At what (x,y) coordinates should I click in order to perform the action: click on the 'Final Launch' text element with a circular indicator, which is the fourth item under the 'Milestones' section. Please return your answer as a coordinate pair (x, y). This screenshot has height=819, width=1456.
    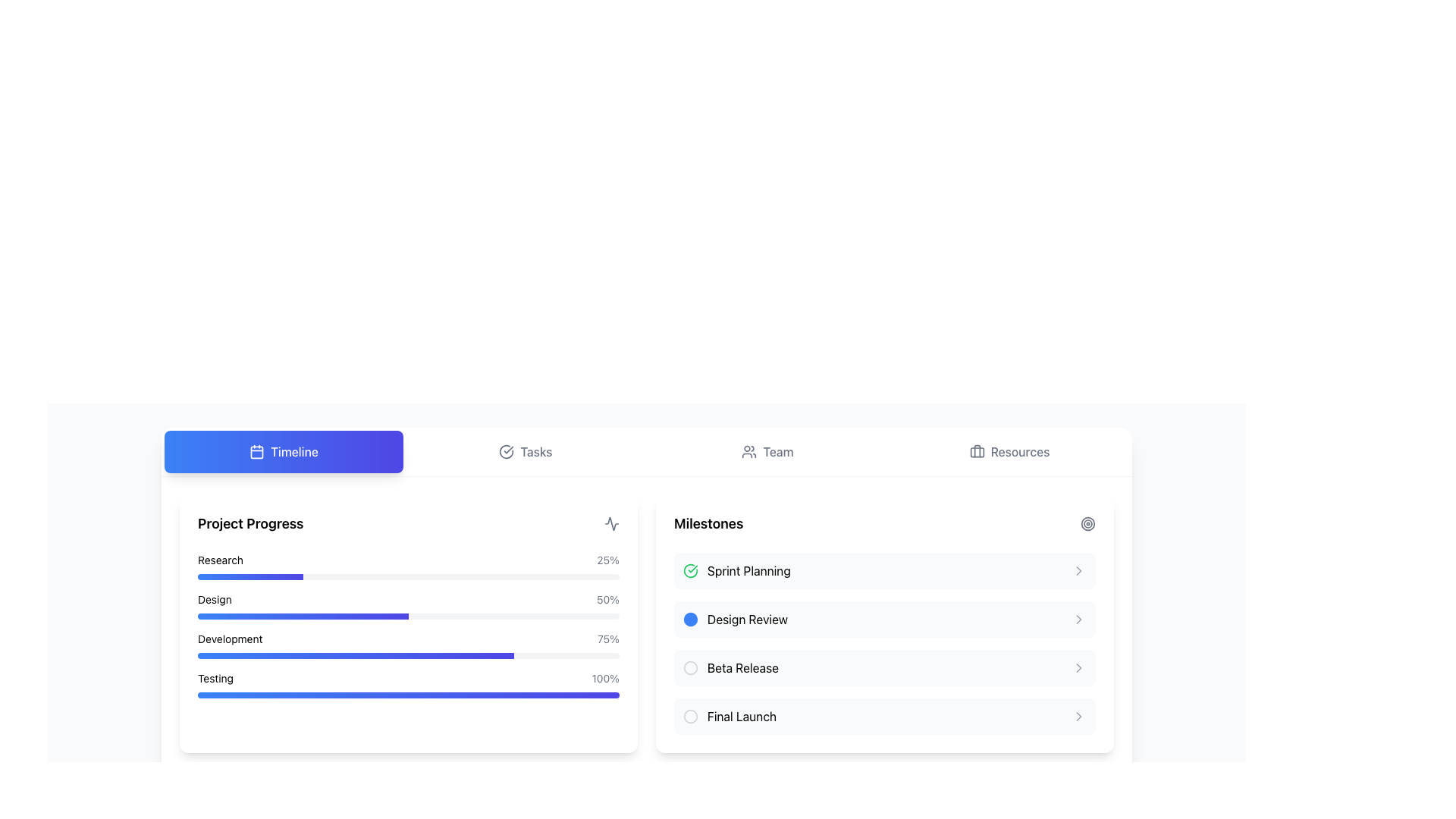
    Looking at the image, I should click on (730, 717).